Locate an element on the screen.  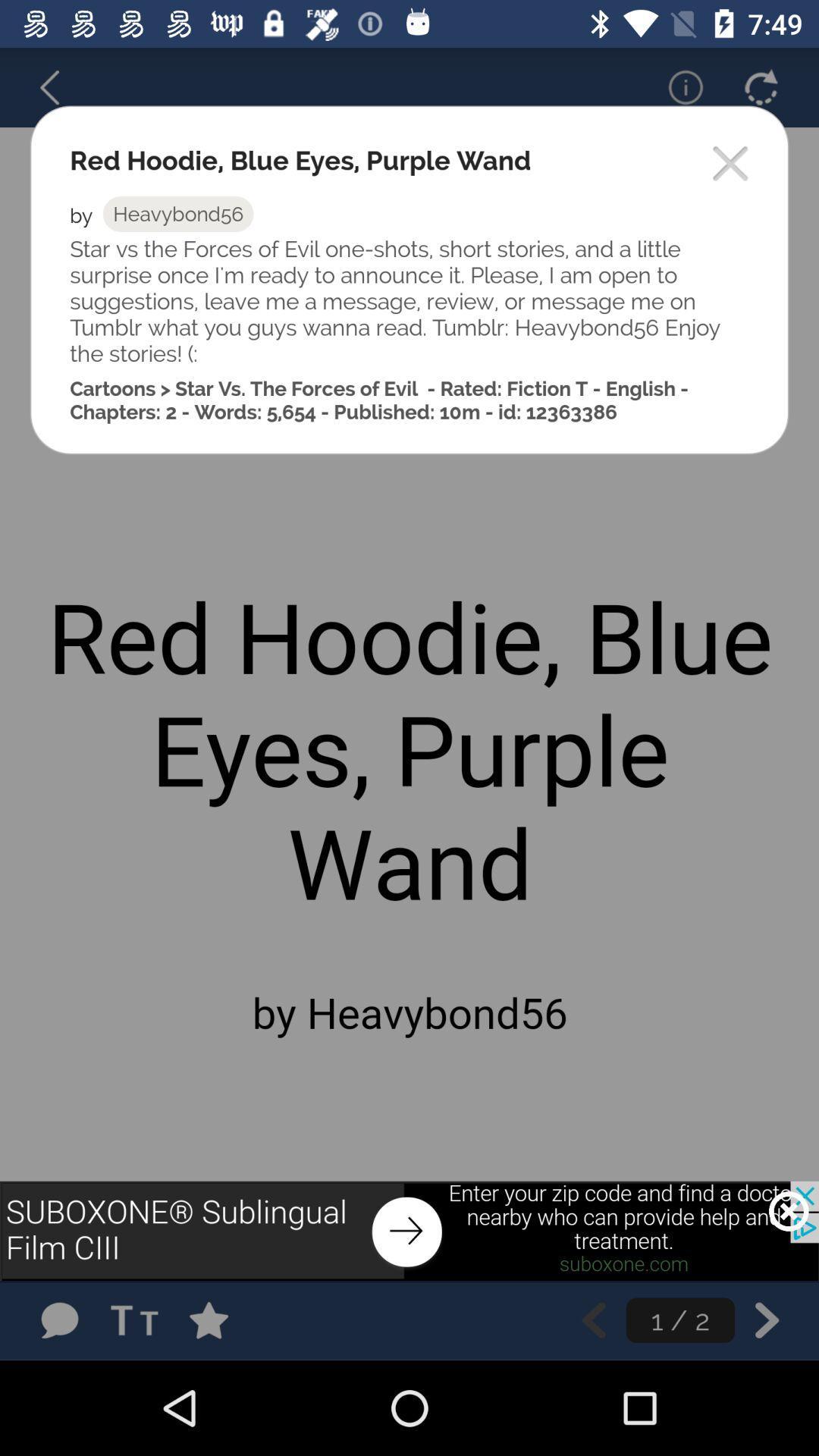
the close icon is located at coordinates (730, 165).